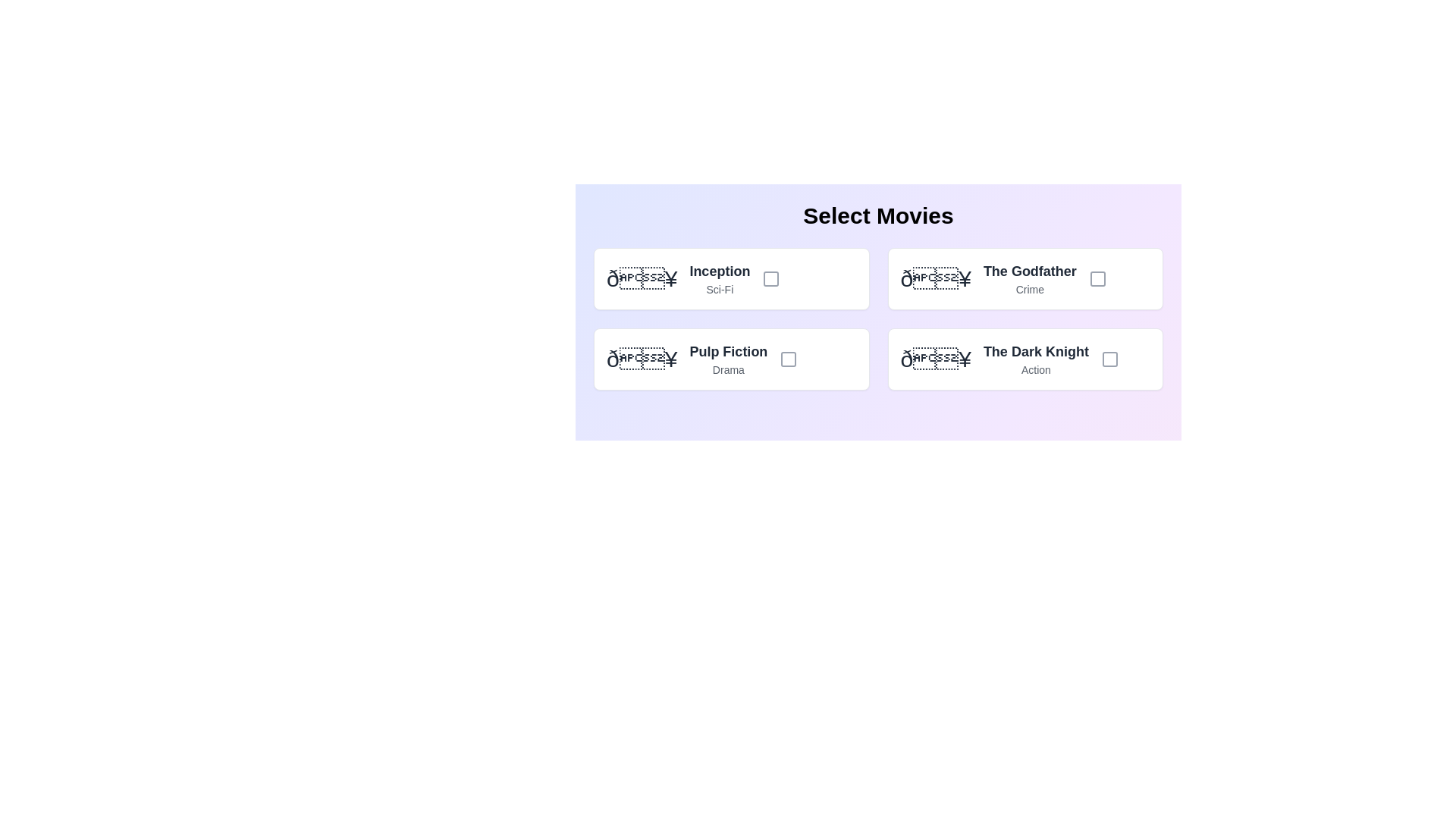 The image size is (1456, 819). Describe the element at coordinates (1025, 278) in the screenshot. I see `the movie card for The Godfather to select or deselect it` at that location.